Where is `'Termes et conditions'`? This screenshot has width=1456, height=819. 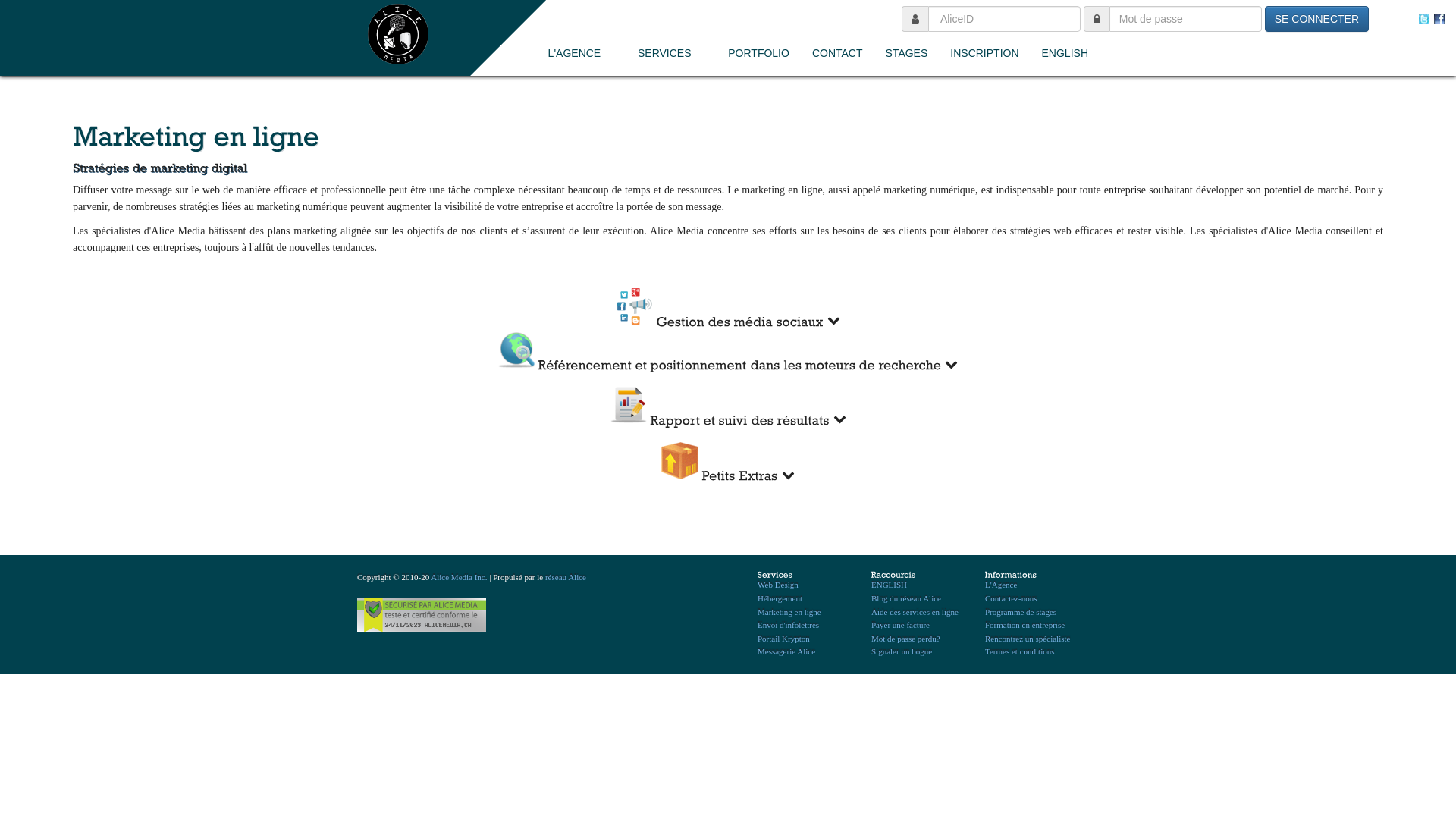 'Termes et conditions' is located at coordinates (985, 651).